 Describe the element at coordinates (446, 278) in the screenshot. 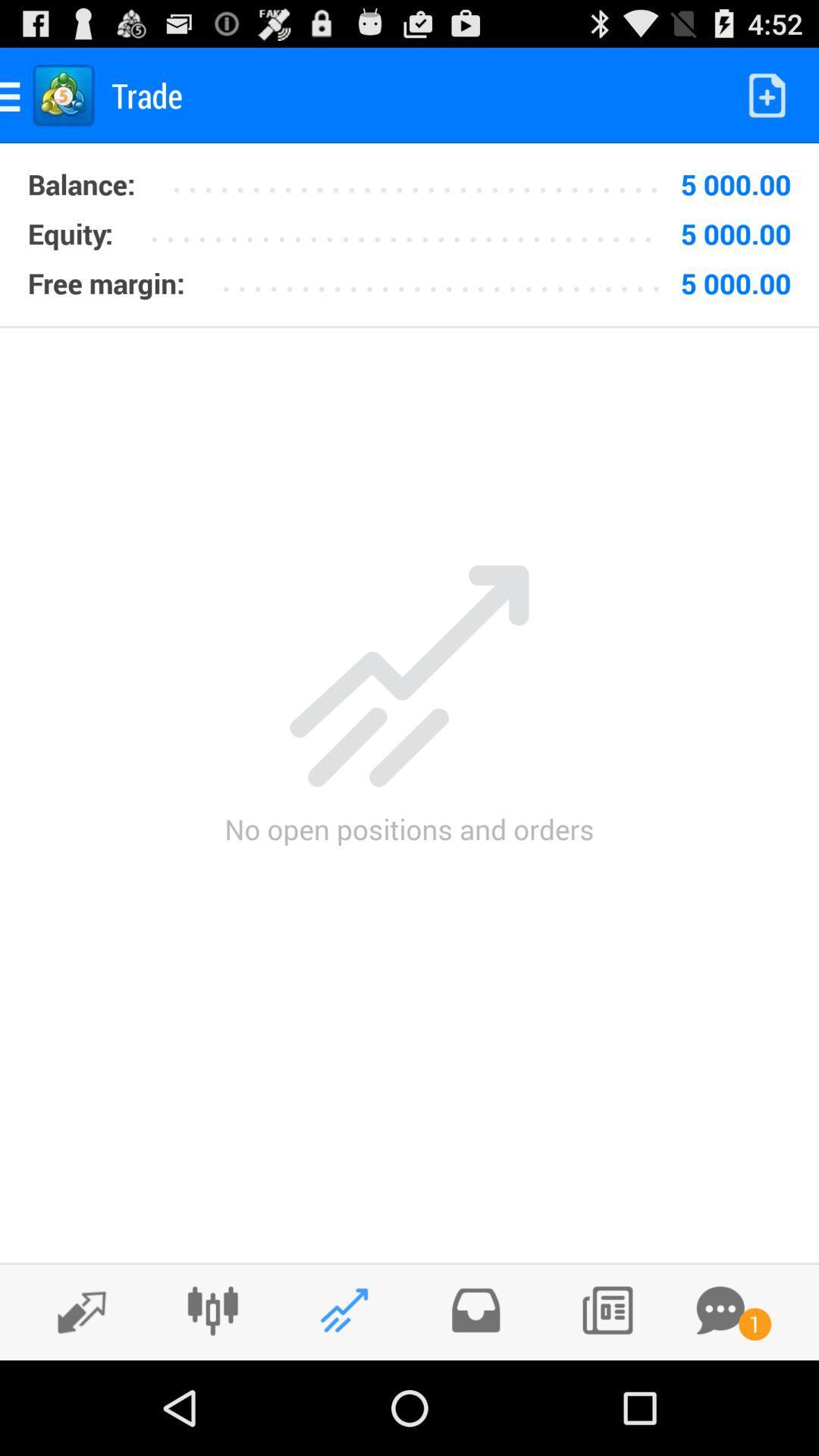

I see `the item below the 5 000.00 icon` at that location.